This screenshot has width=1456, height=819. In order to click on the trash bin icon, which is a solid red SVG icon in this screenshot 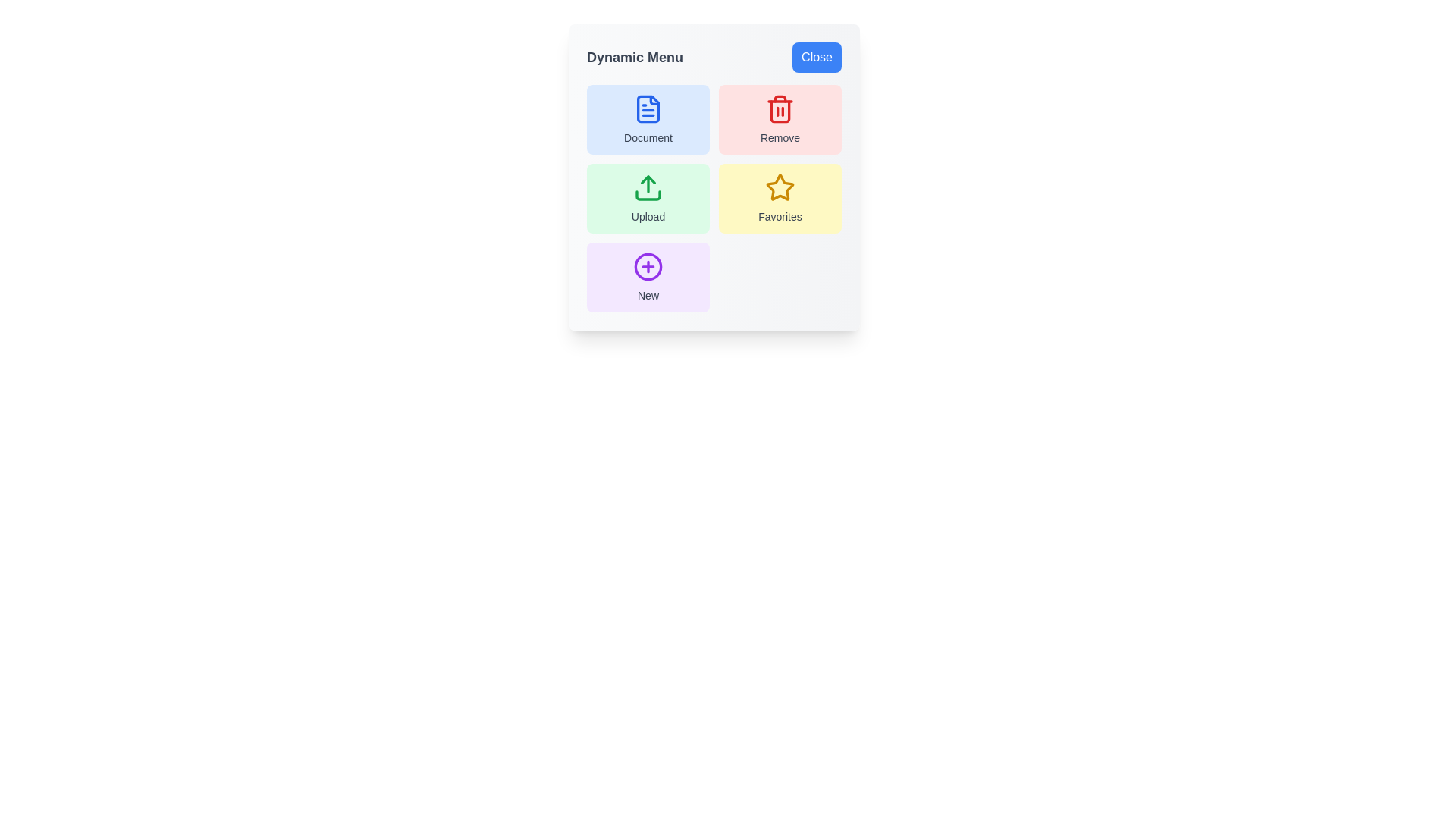, I will do `click(780, 108)`.